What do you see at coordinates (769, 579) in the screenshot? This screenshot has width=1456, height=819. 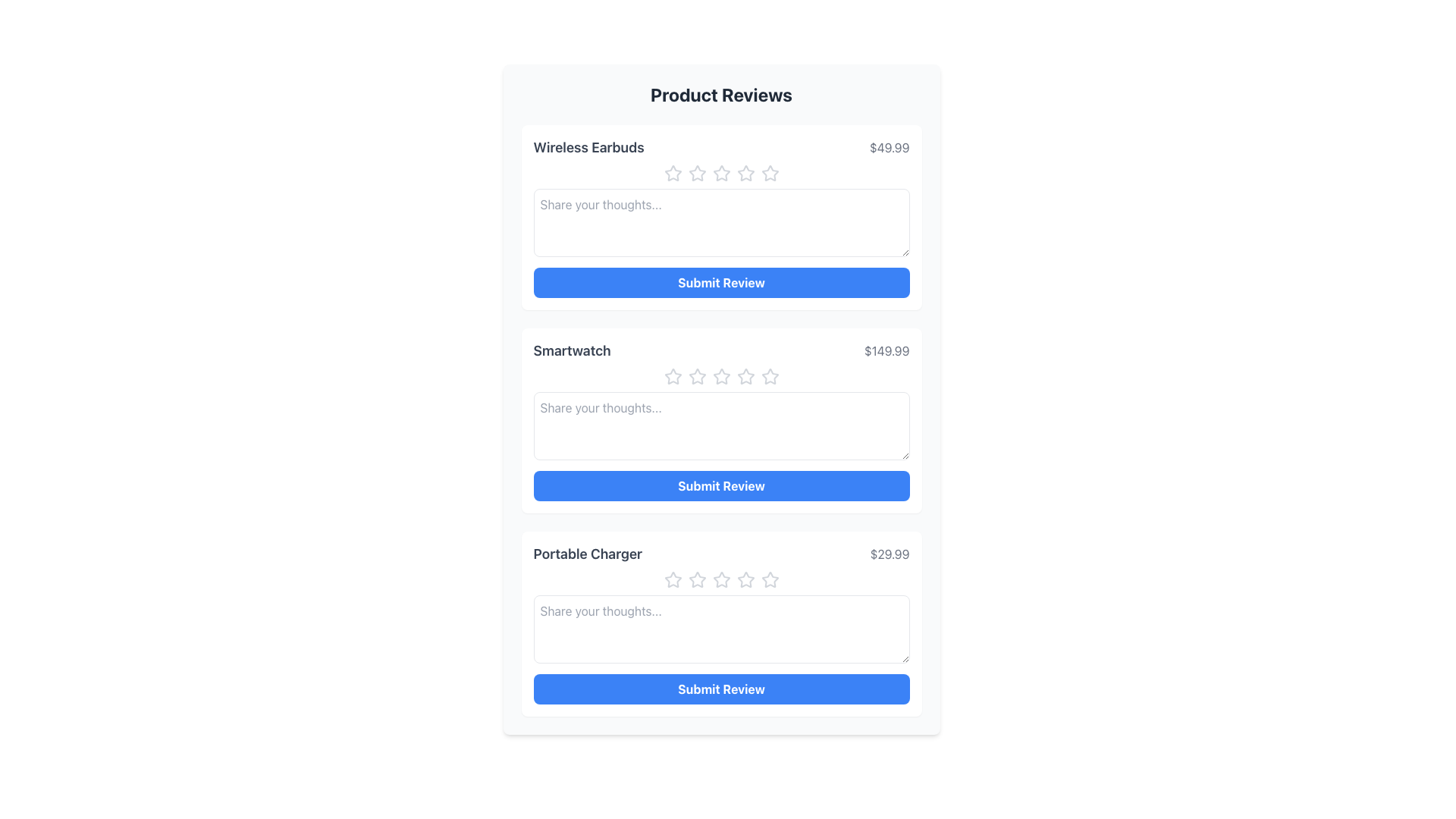 I see `the fifth star in the rating section below the 'Portable Charger' product to rate it` at bounding box center [769, 579].